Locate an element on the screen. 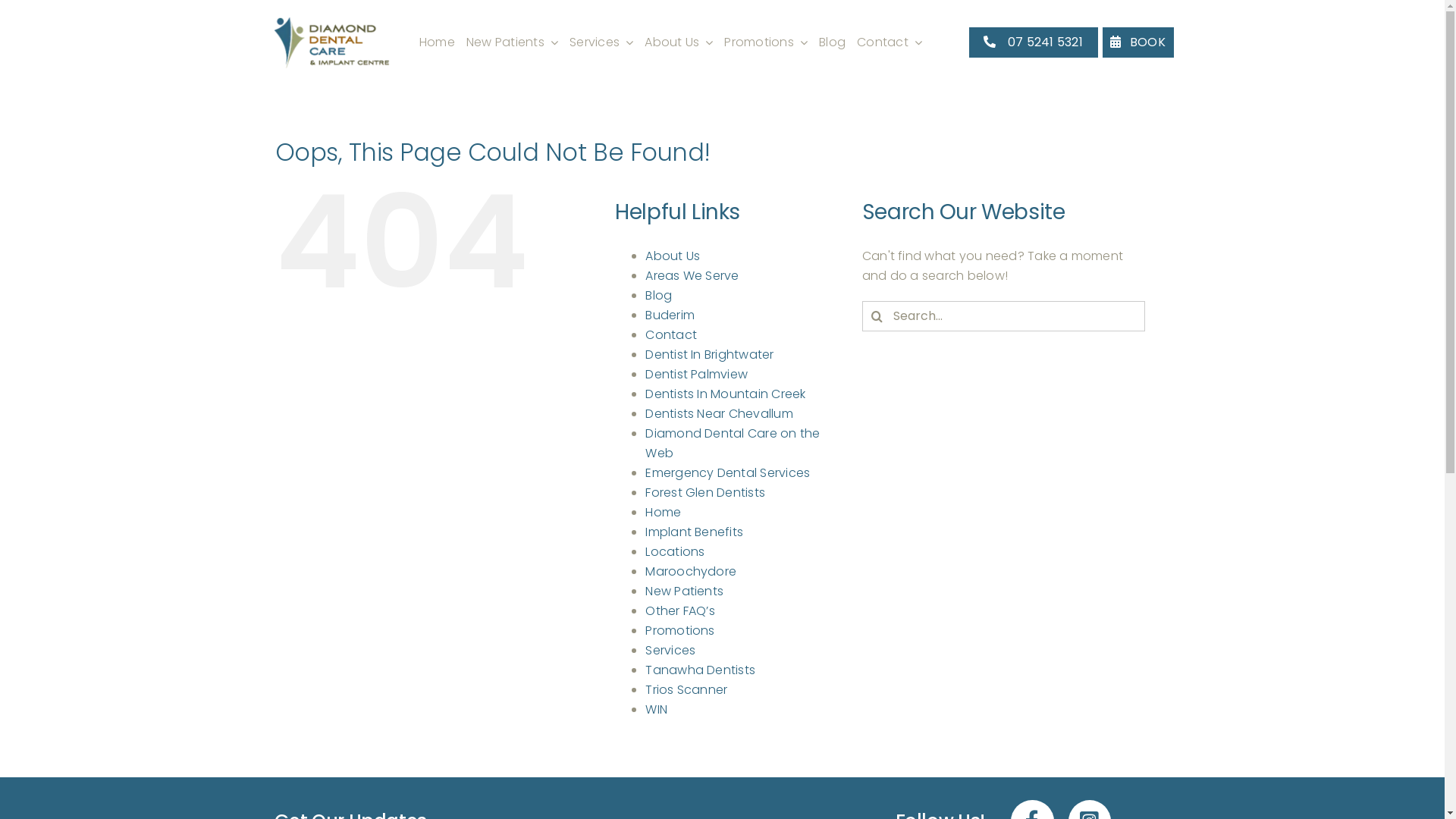 Image resolution: width=1456 pixels, height=819 pixels. 'Implant Benefits' is located at coordinates (693, 531).